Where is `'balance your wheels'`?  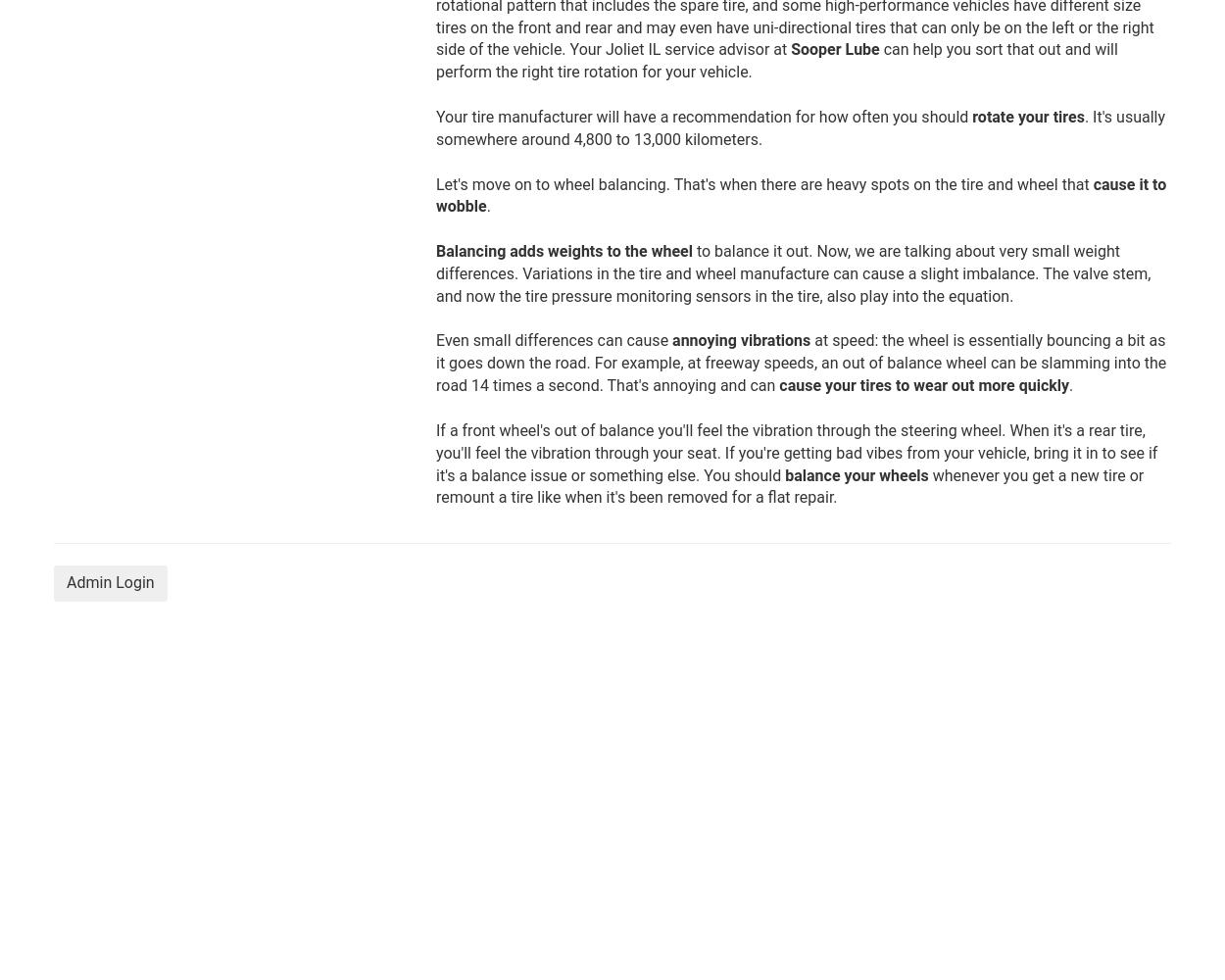
'balance your wheels' is located at coordinates (785, 473).